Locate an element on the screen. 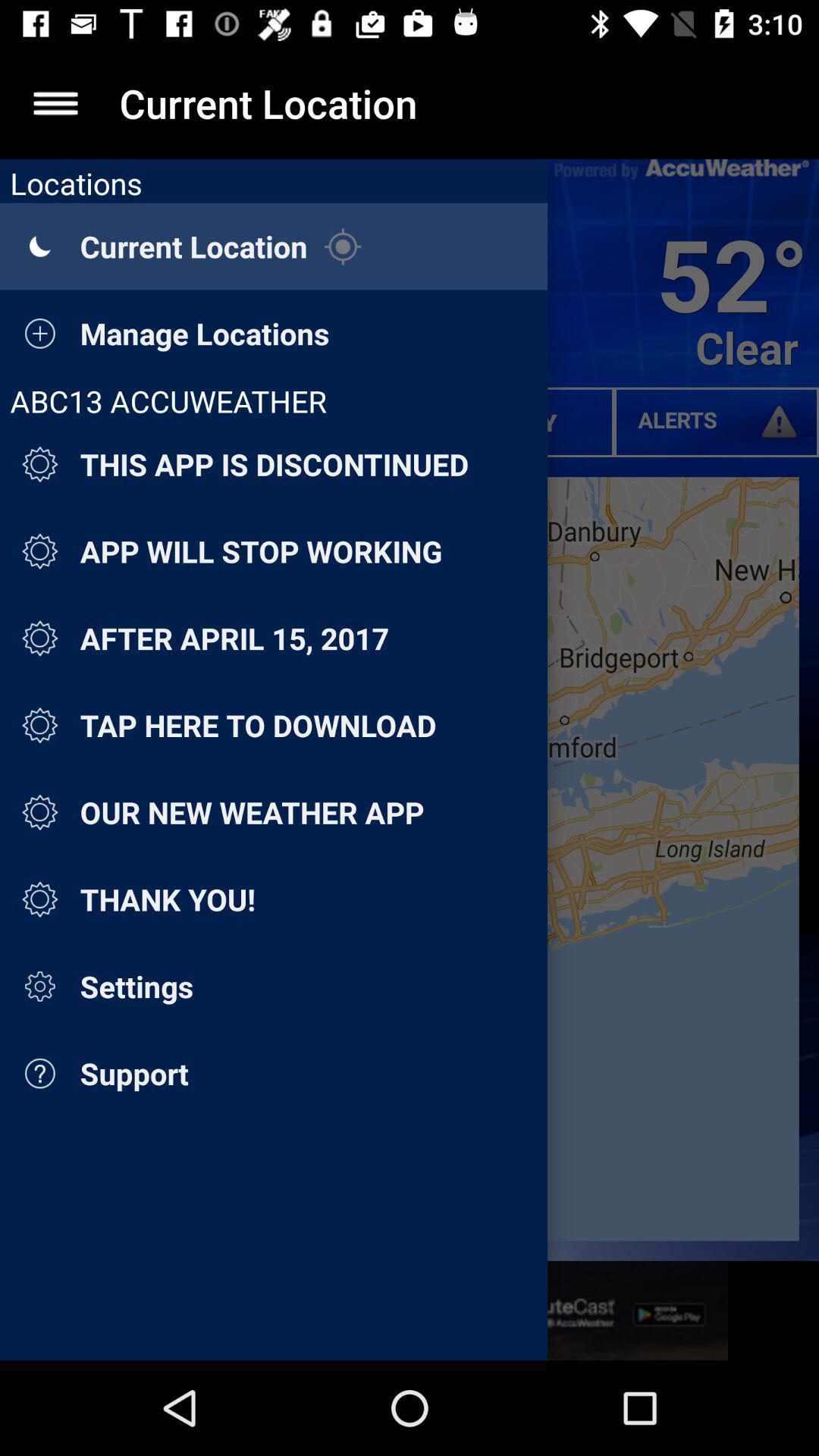 The image size is (819, 1456). the menu icon is located at coordinates (55, 102).